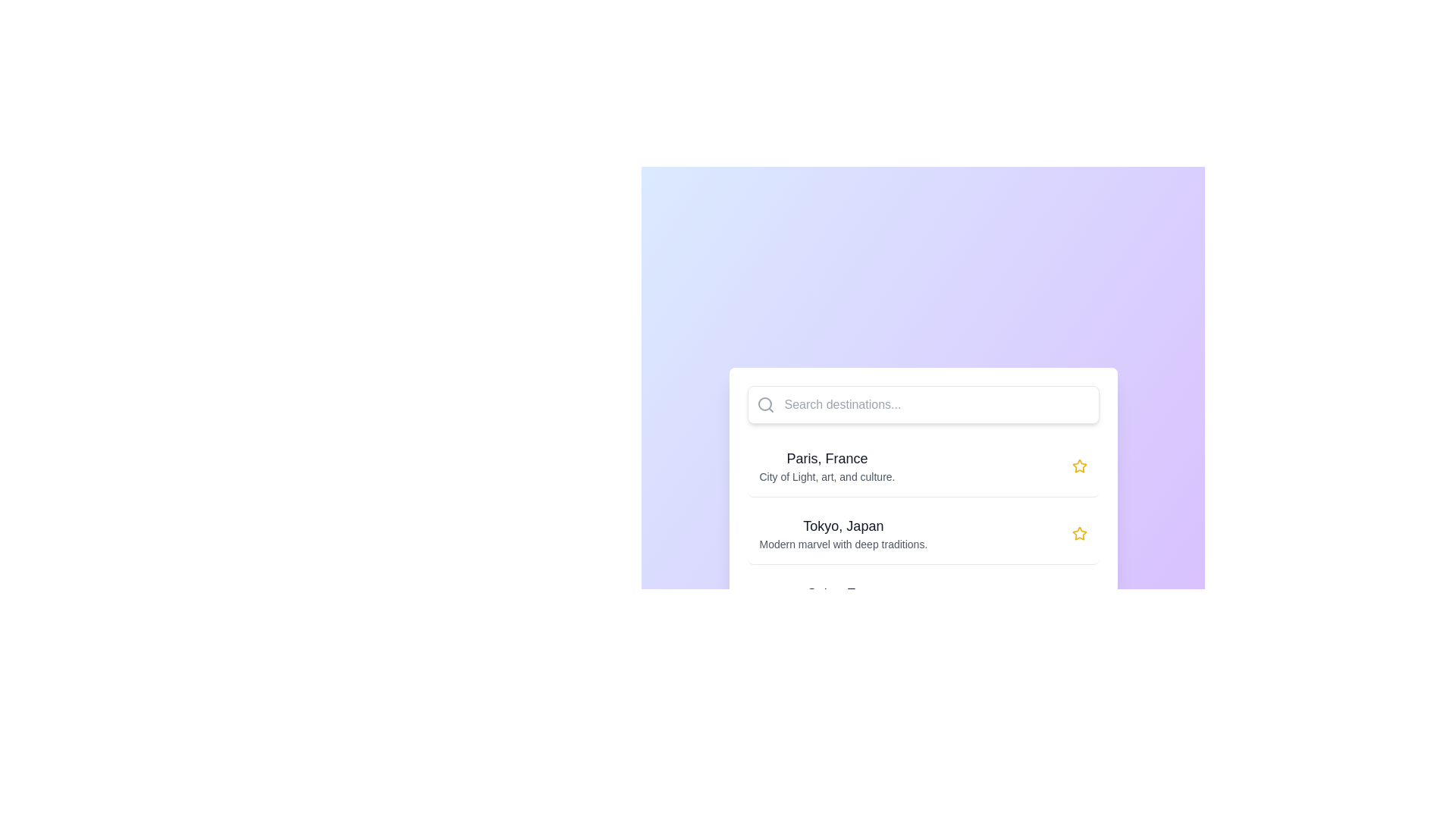 Image resolution: width=1456 pixels, height=819 pixels. What do you see at coordinates (843, 543) in the screenshot?
I see `the Text Label located directly beneath the bold header 'Tokyo, Japan', which is styled with a small font size and gray color` at bounding box center [843, 543].